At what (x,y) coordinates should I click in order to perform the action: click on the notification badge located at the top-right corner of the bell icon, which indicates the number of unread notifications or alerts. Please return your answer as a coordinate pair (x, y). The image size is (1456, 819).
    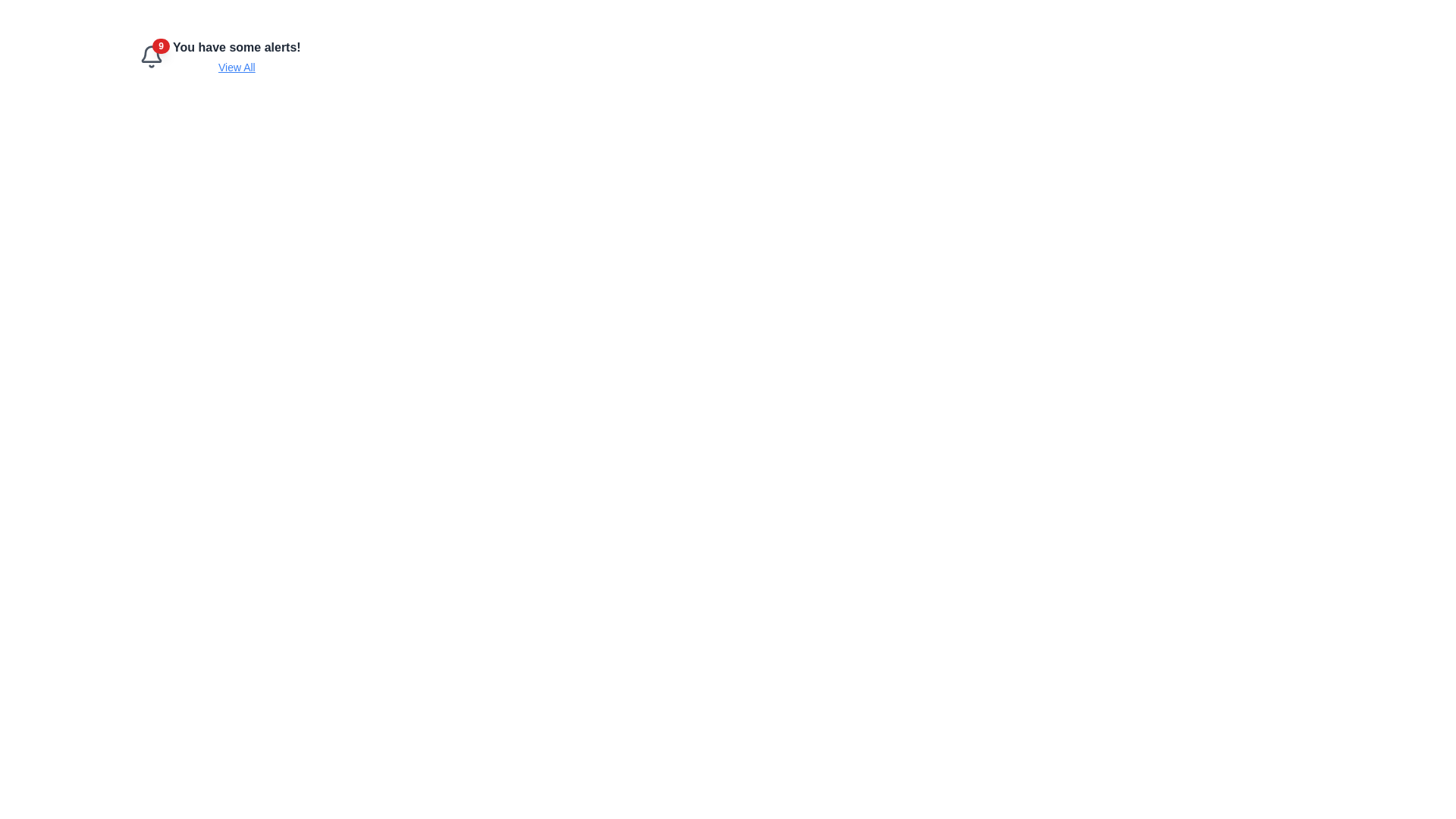
    Looking at the image, I should click on (161, 45).